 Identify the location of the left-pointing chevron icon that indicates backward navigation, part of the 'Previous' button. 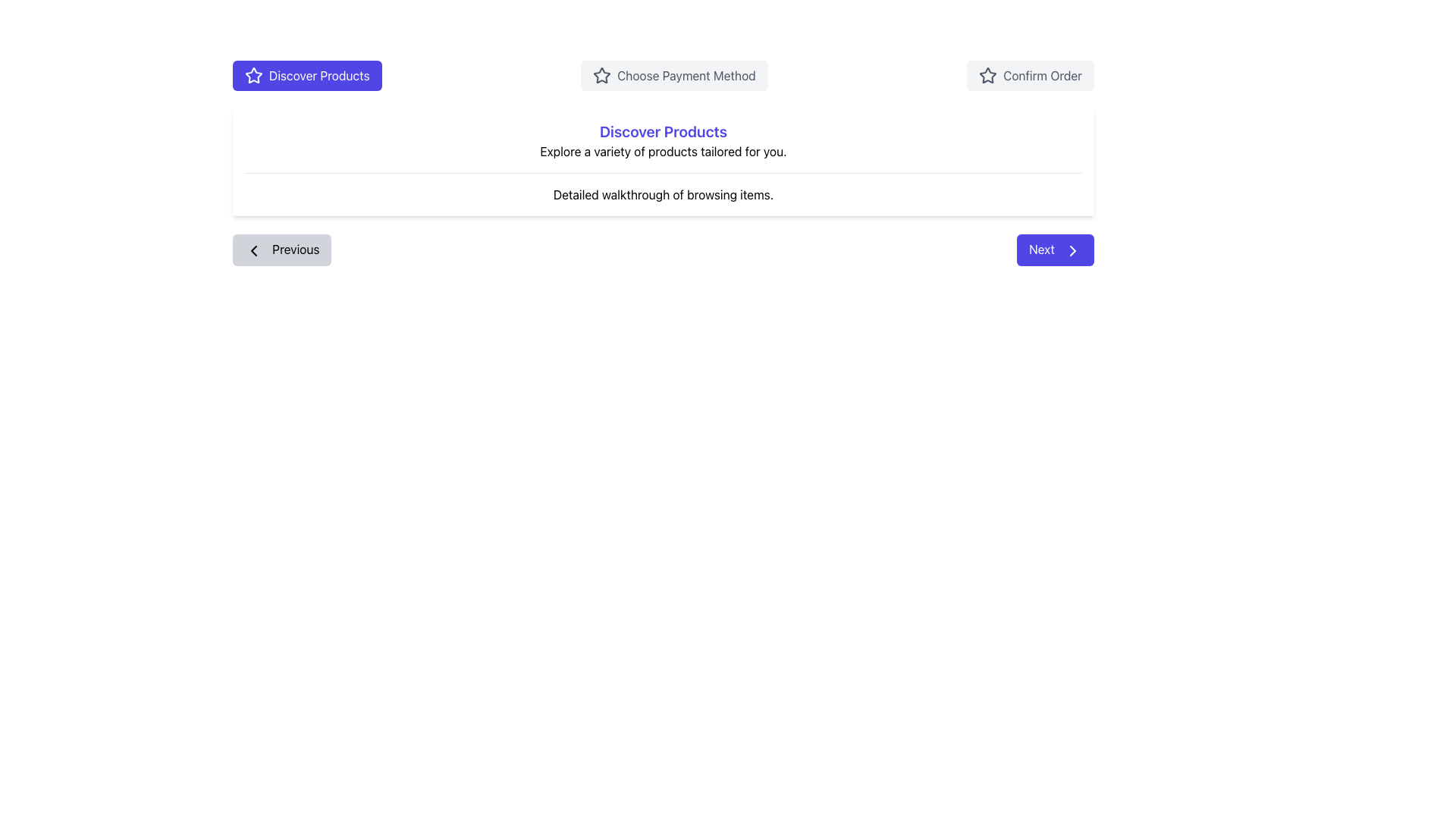
(254, 249).